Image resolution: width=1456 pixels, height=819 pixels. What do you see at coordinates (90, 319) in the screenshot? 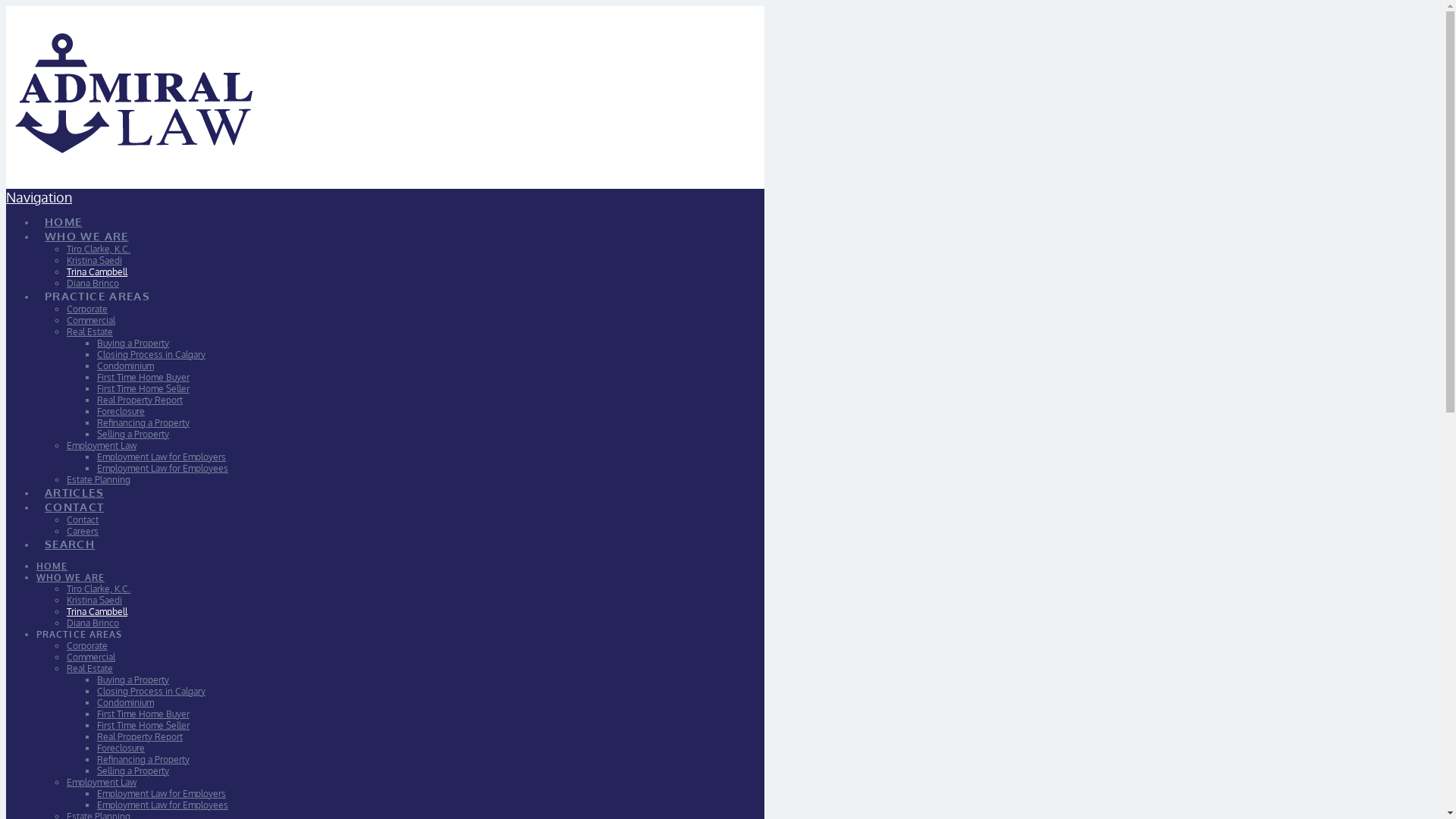
I see `'Commercial'` at bounding box center [90, 319].